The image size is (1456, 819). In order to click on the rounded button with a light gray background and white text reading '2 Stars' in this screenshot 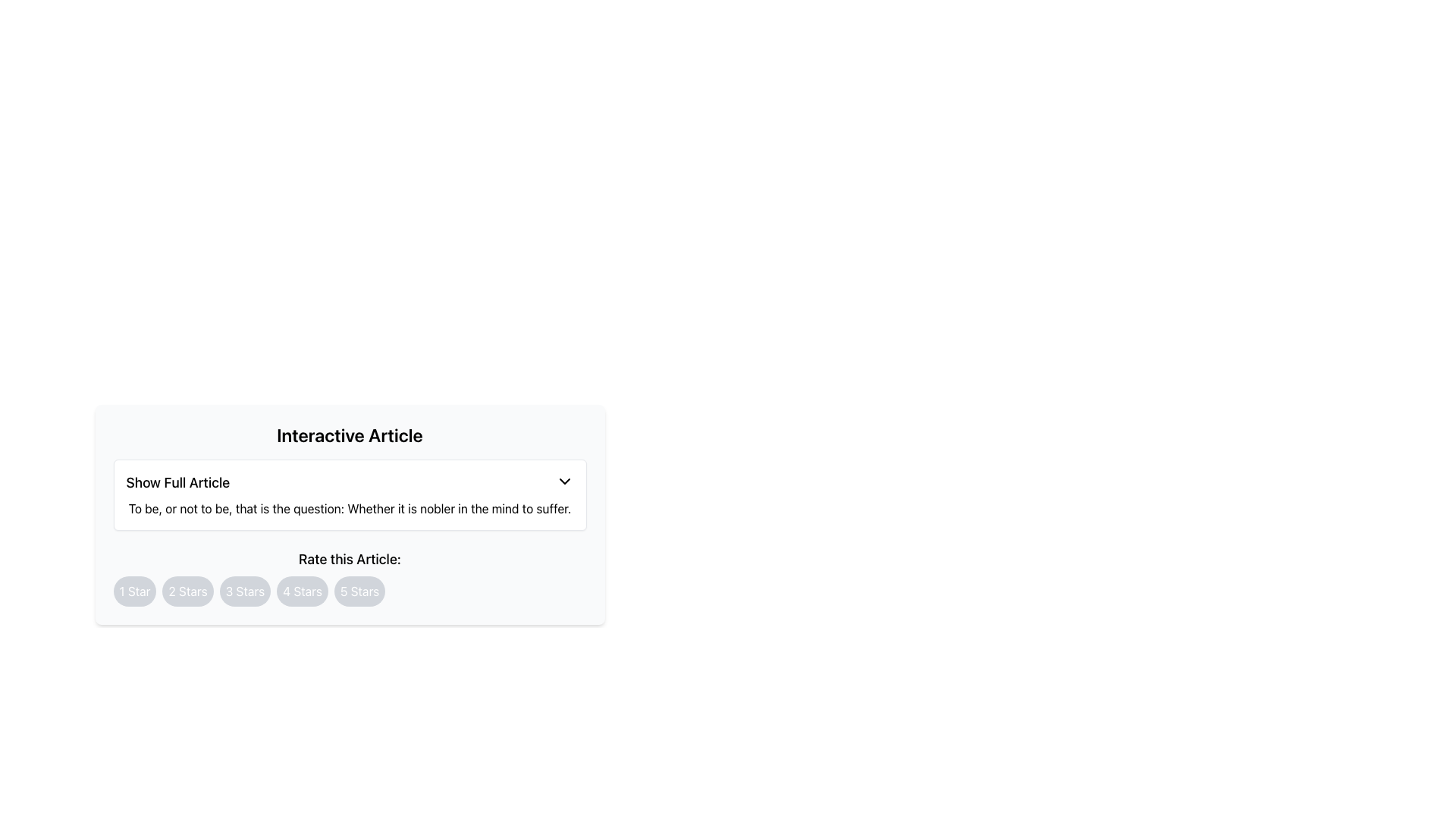, I will do `click(187, 590)`.